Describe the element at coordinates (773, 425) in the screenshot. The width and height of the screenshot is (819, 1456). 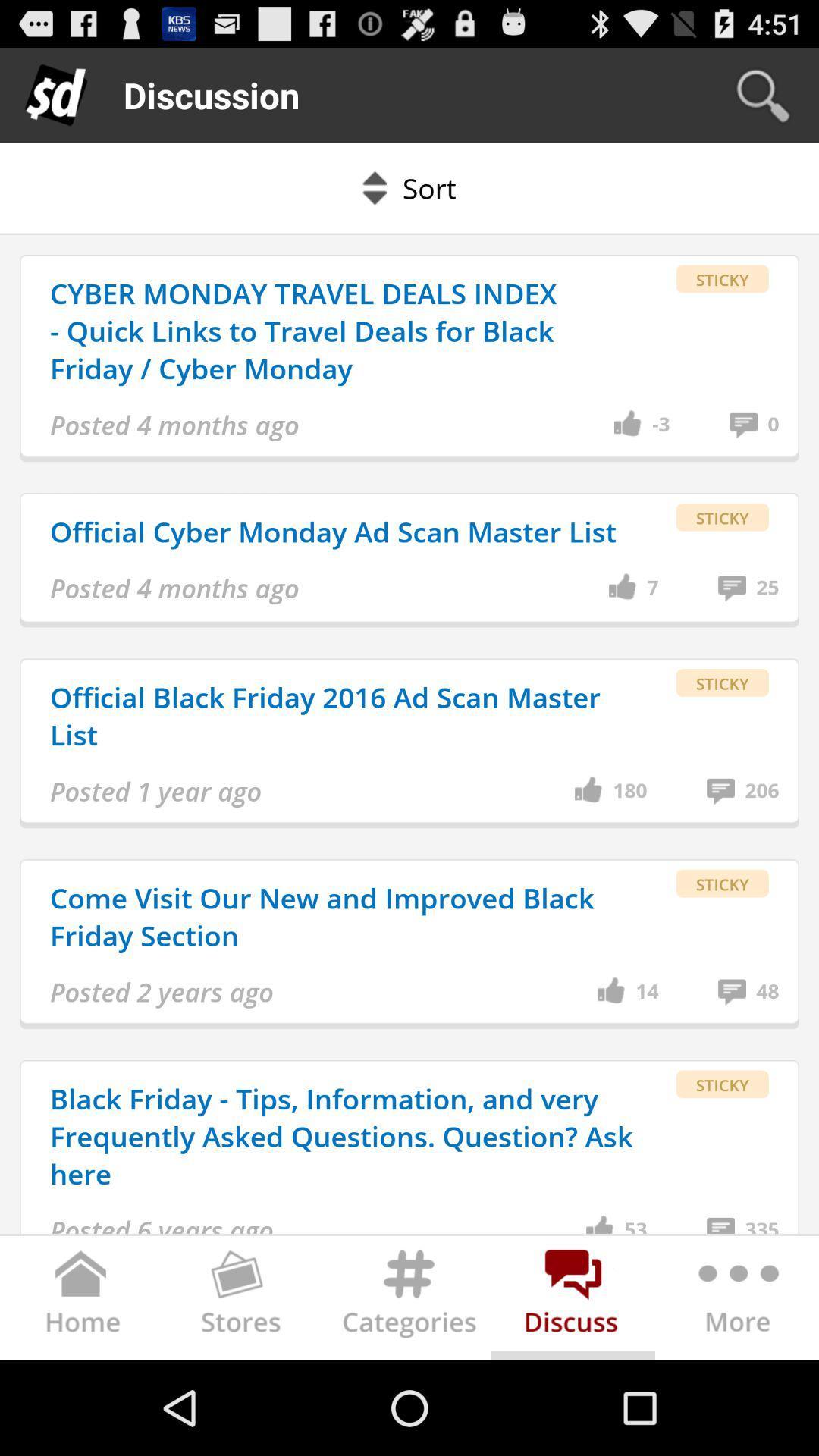
I see `the 0 item` at that location.